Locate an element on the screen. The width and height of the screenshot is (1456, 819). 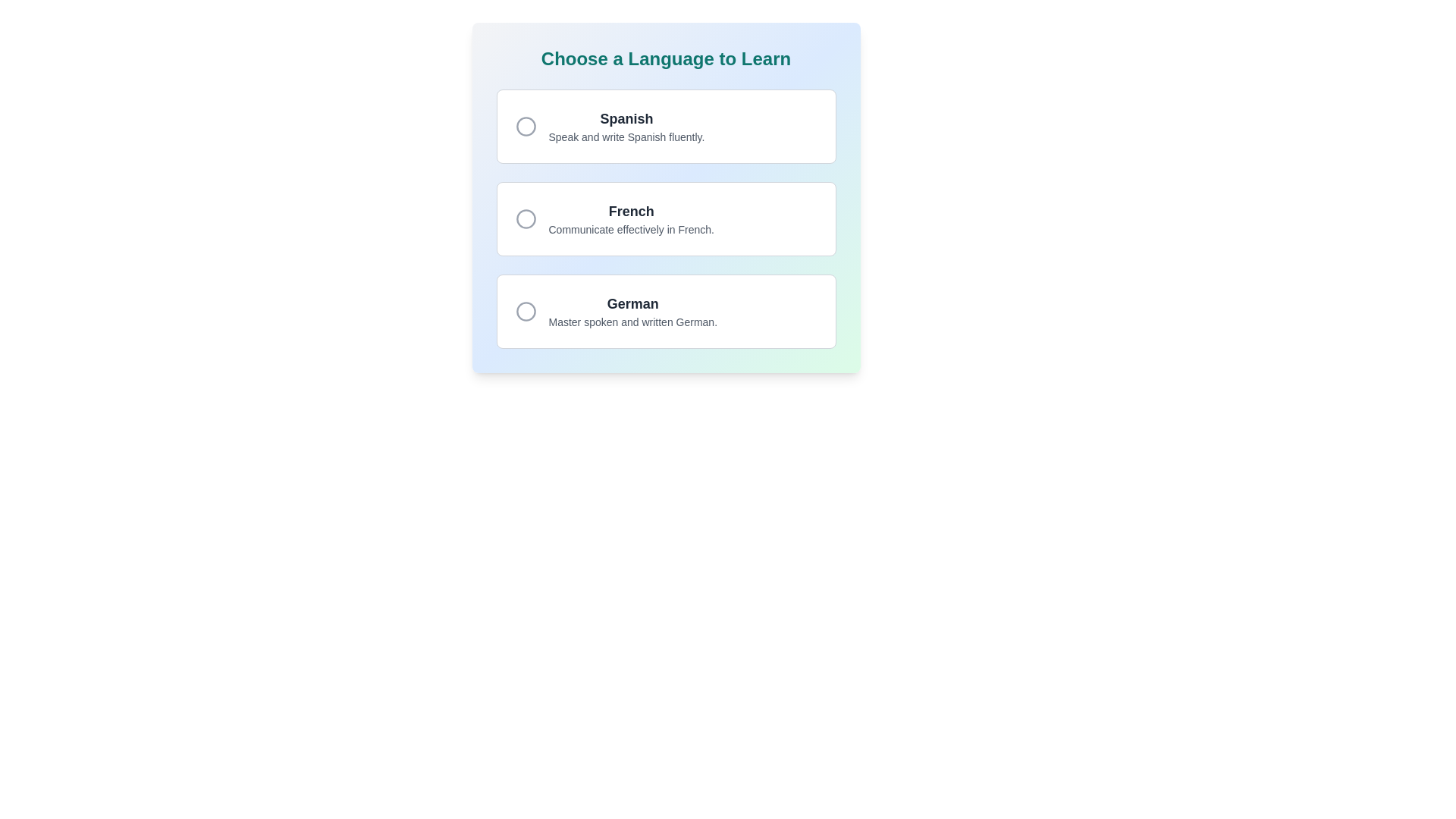
the static text label displaying 'German', which is located in the third card from the top, centered horizontally below the 'French' card is located at coordinates (632, 304).